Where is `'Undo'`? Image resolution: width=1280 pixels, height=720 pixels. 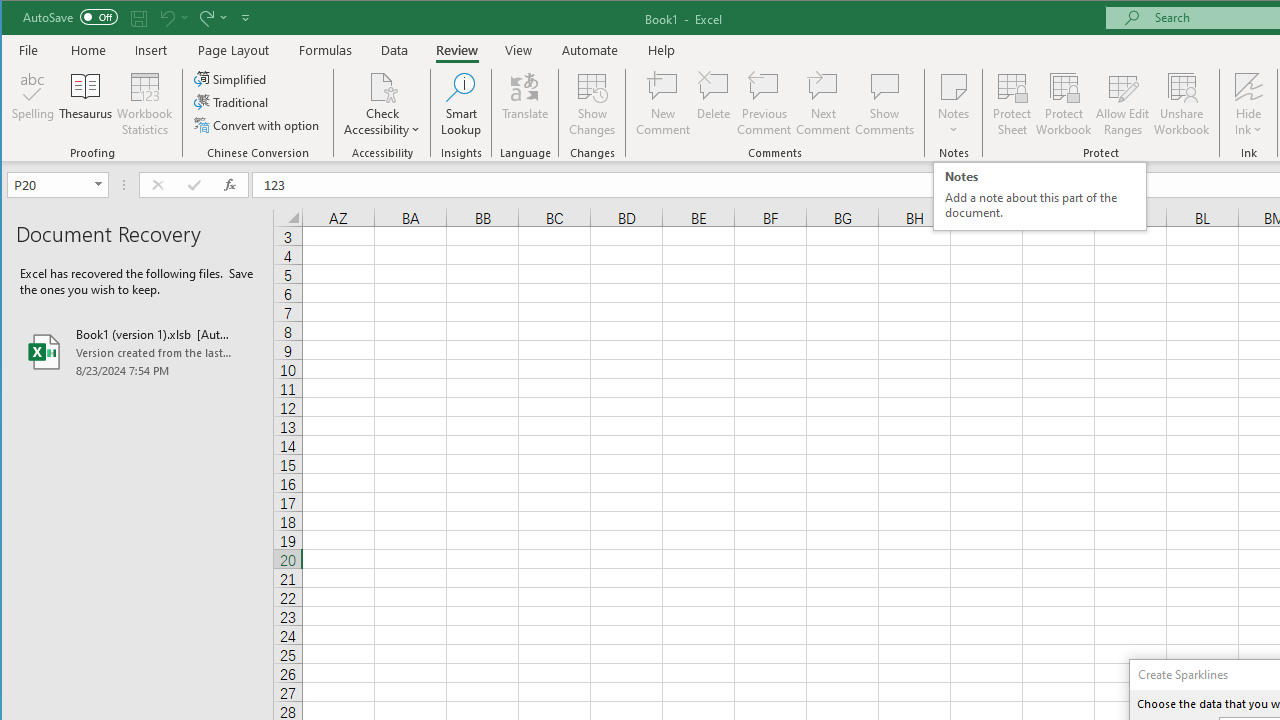 'Undo' is located at coordinates (166, 17).